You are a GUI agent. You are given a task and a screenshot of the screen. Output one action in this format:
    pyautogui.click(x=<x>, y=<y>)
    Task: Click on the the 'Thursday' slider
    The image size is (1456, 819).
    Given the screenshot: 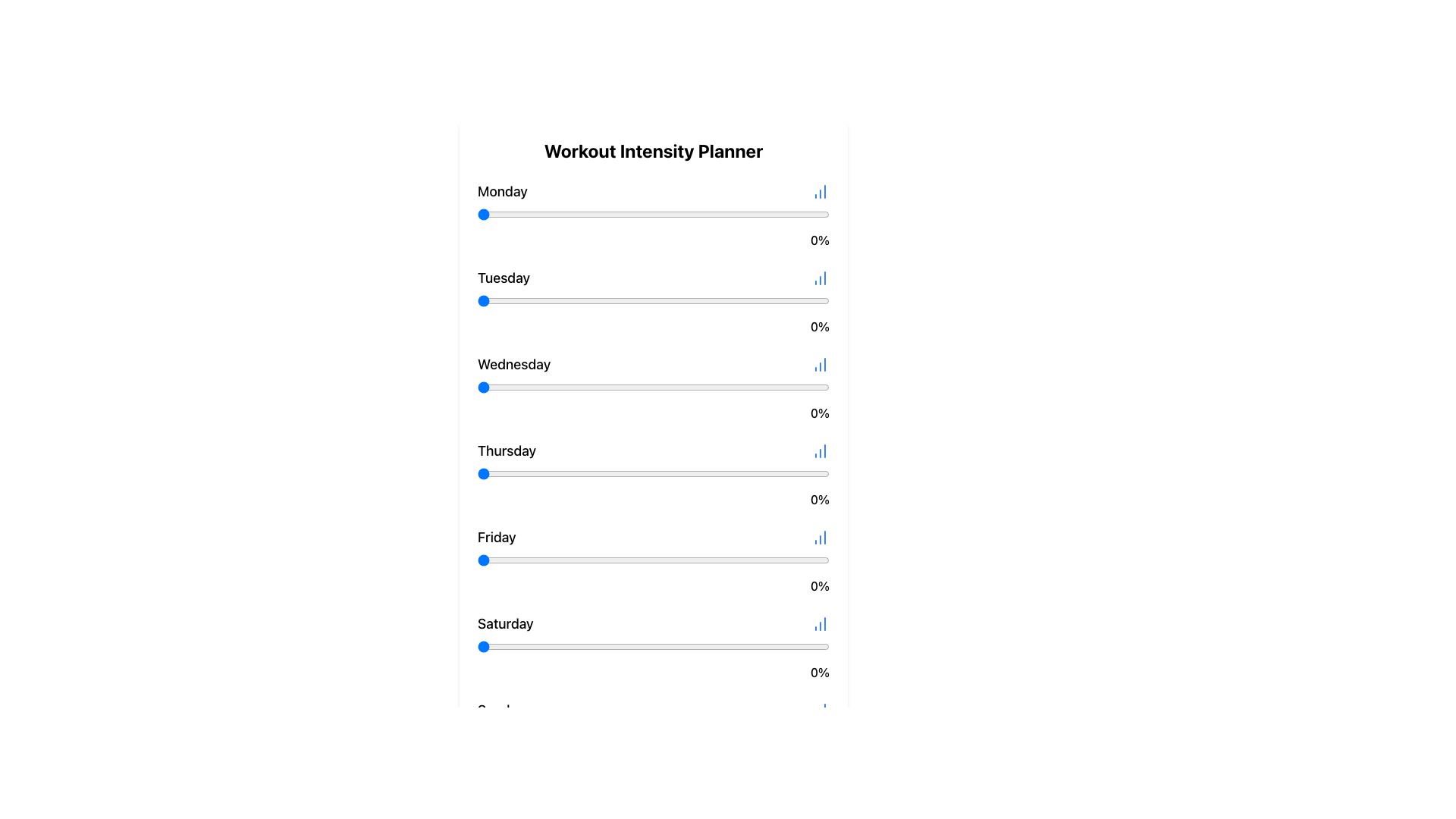 What is the action you would take?
    pyautogui.click(x=748, y=472)
    